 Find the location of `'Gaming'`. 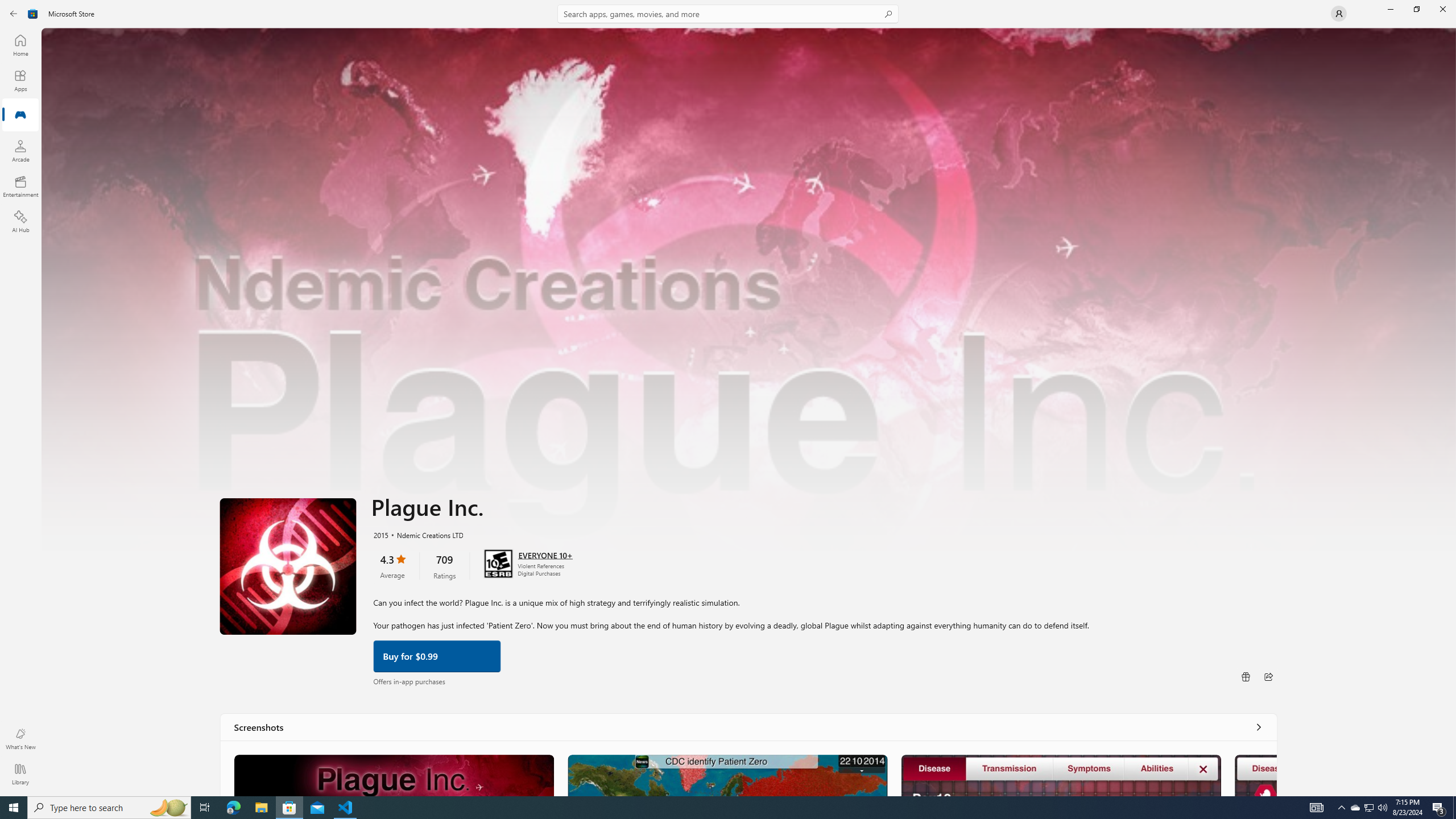

'Gaming' is located at coordinates (19, 115).